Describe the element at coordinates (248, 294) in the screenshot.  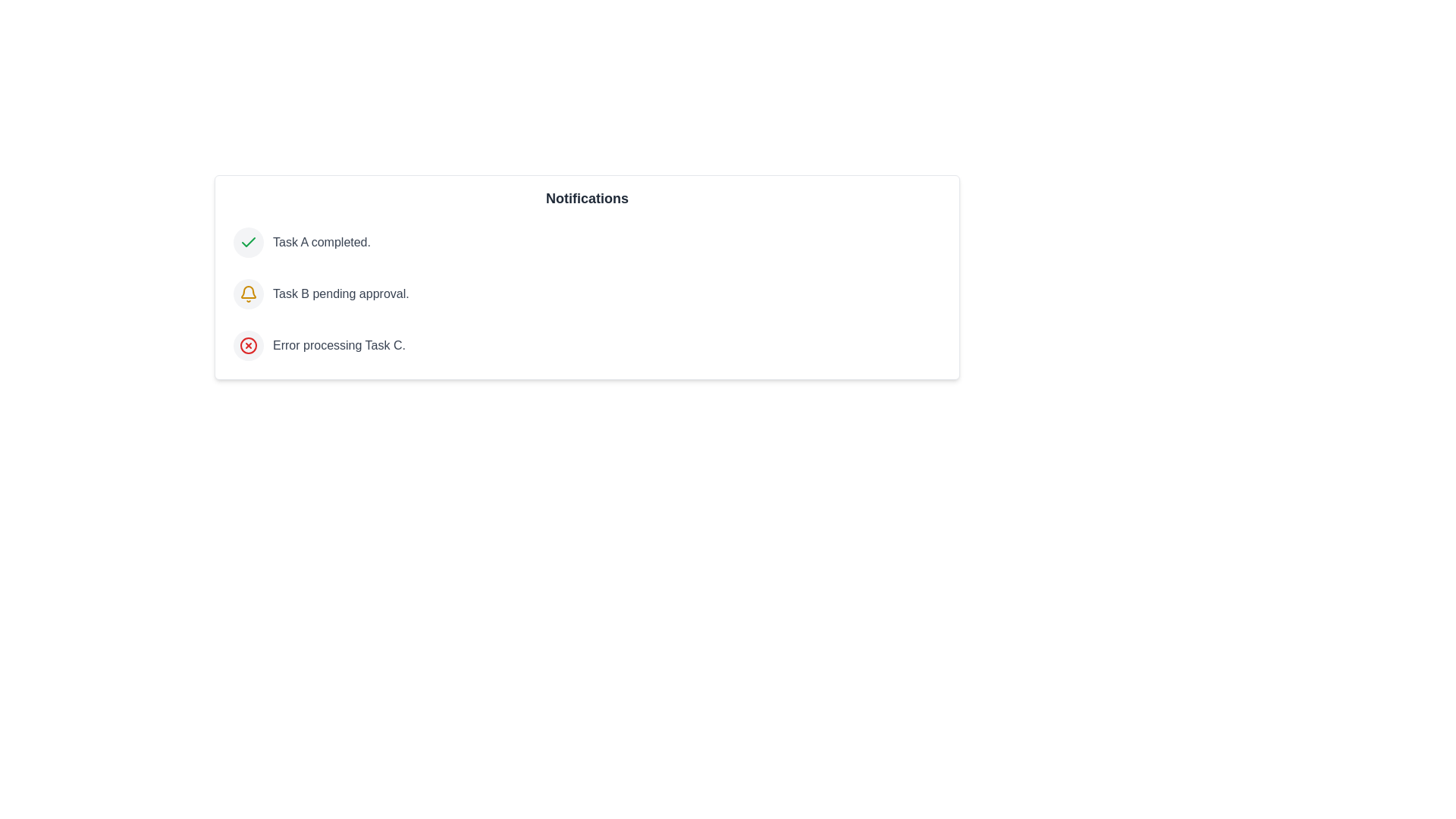
I see `the icon associated with the notification of type warning` at that location.